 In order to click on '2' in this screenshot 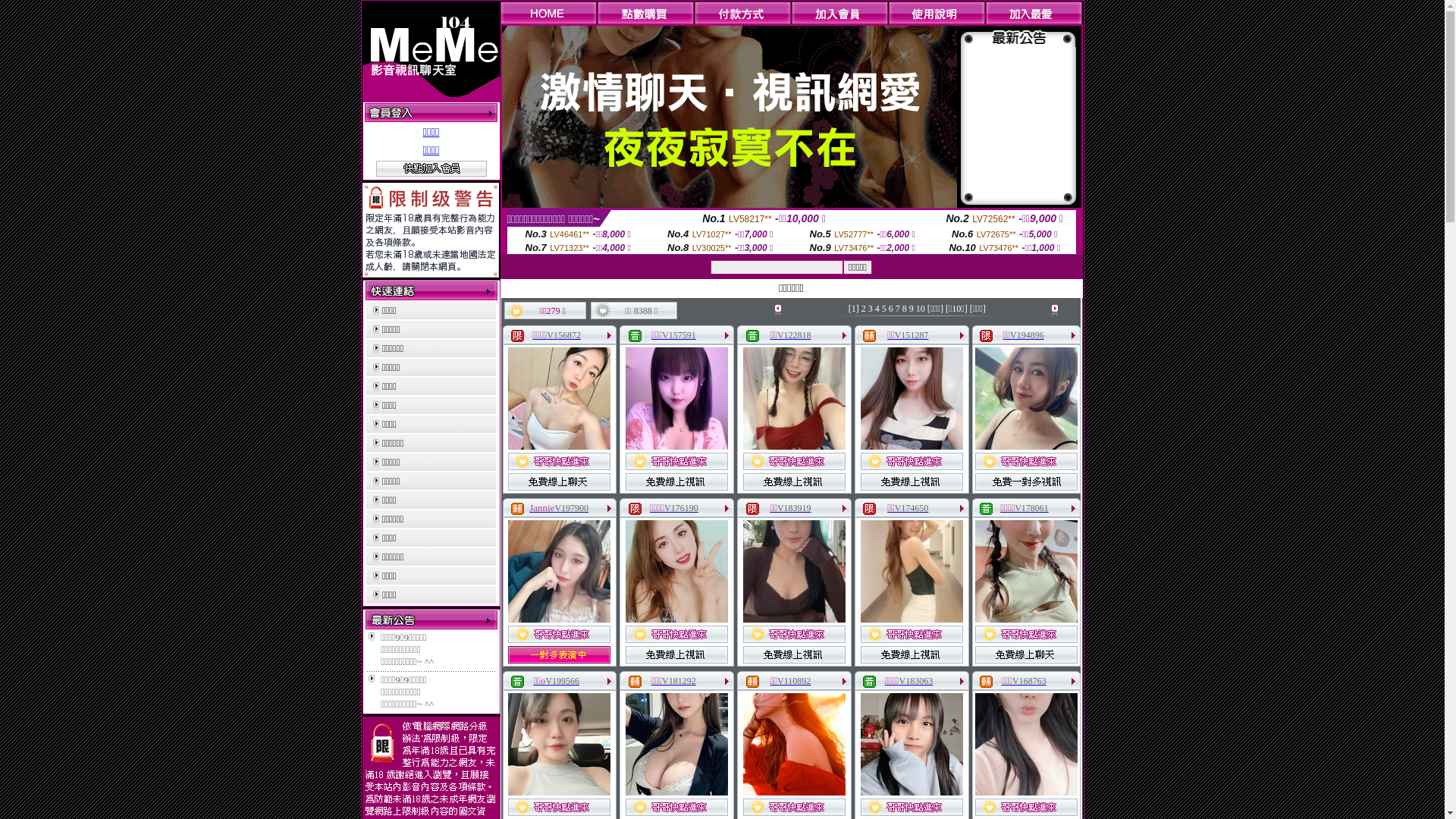, I will do `click(863, 308)`.